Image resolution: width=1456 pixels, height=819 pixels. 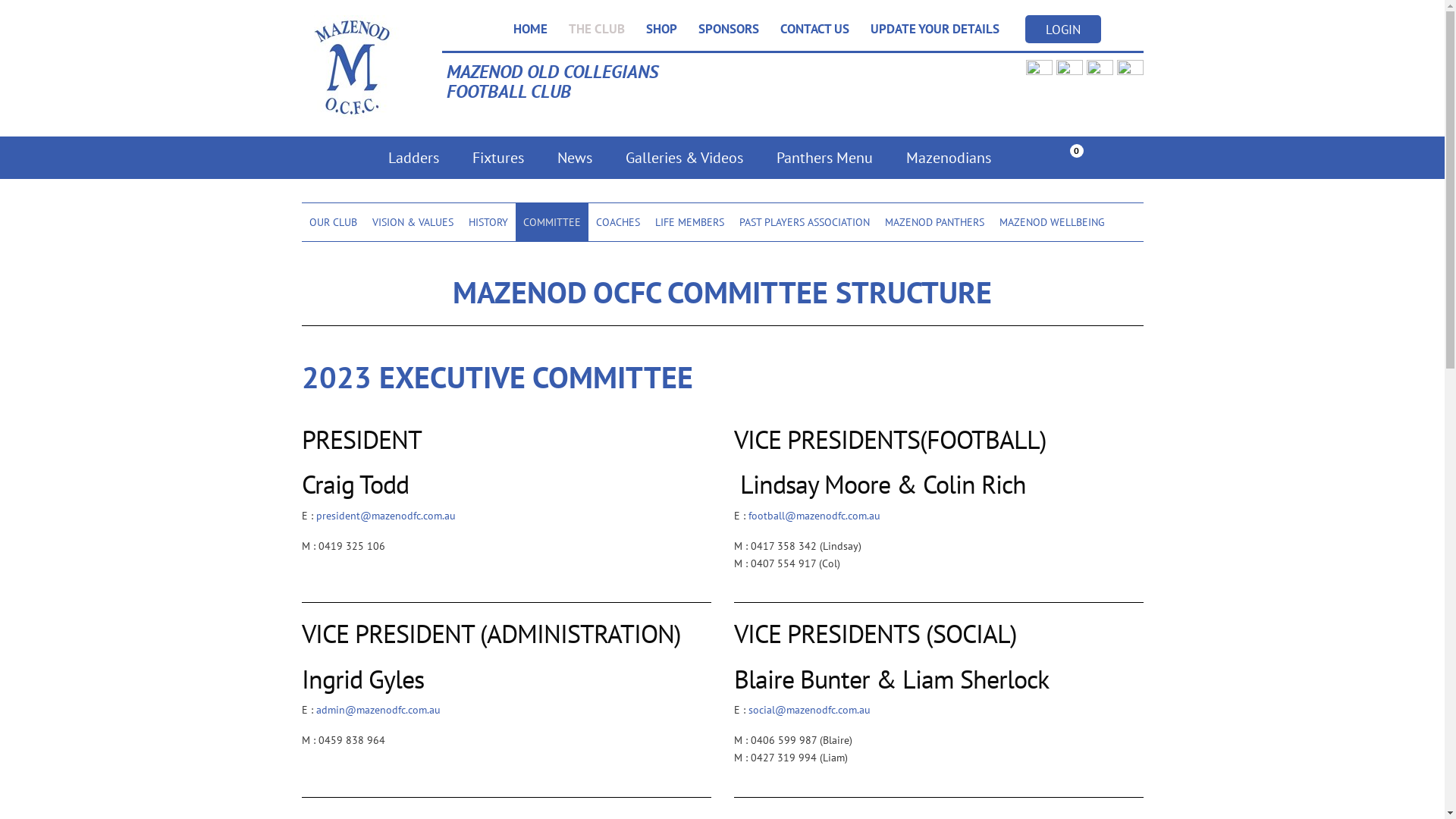 What do you see at coordinates (454, 158) in the screenshot?
I see `'Fixtures'` at bounding box center [454, 158].